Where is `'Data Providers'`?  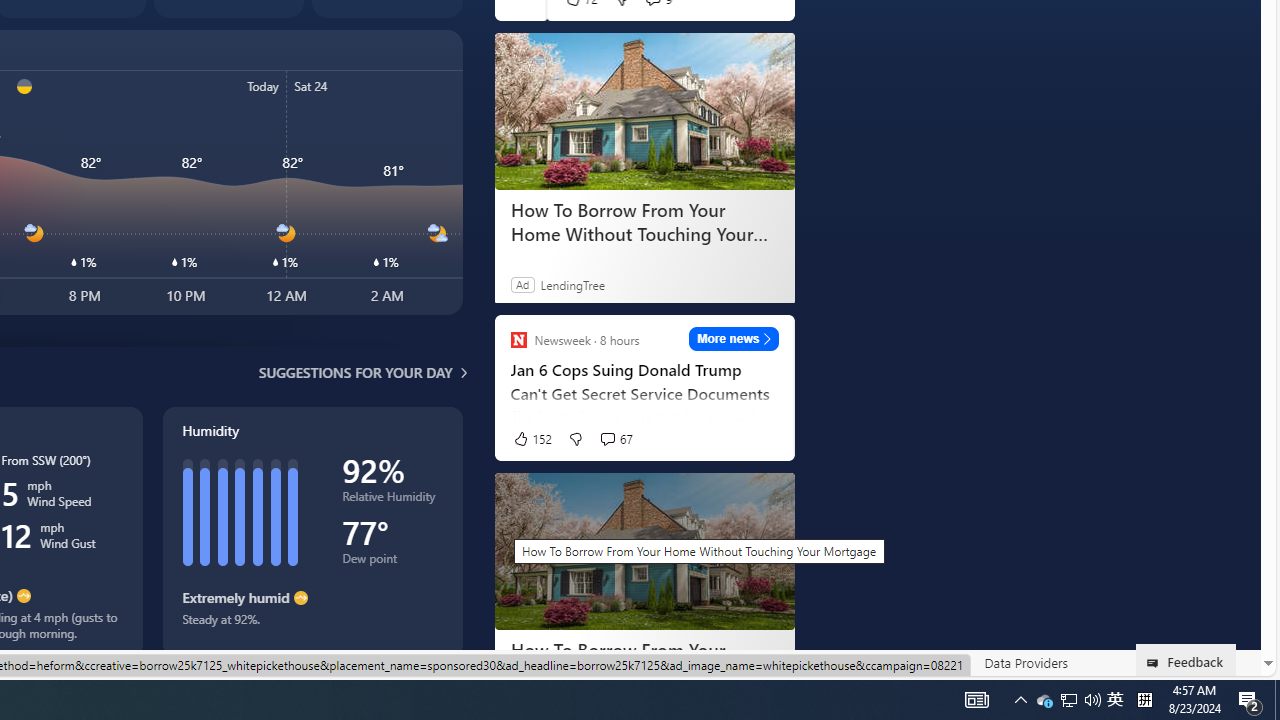
'Data Providers' is located at coordinates (1025, 662).